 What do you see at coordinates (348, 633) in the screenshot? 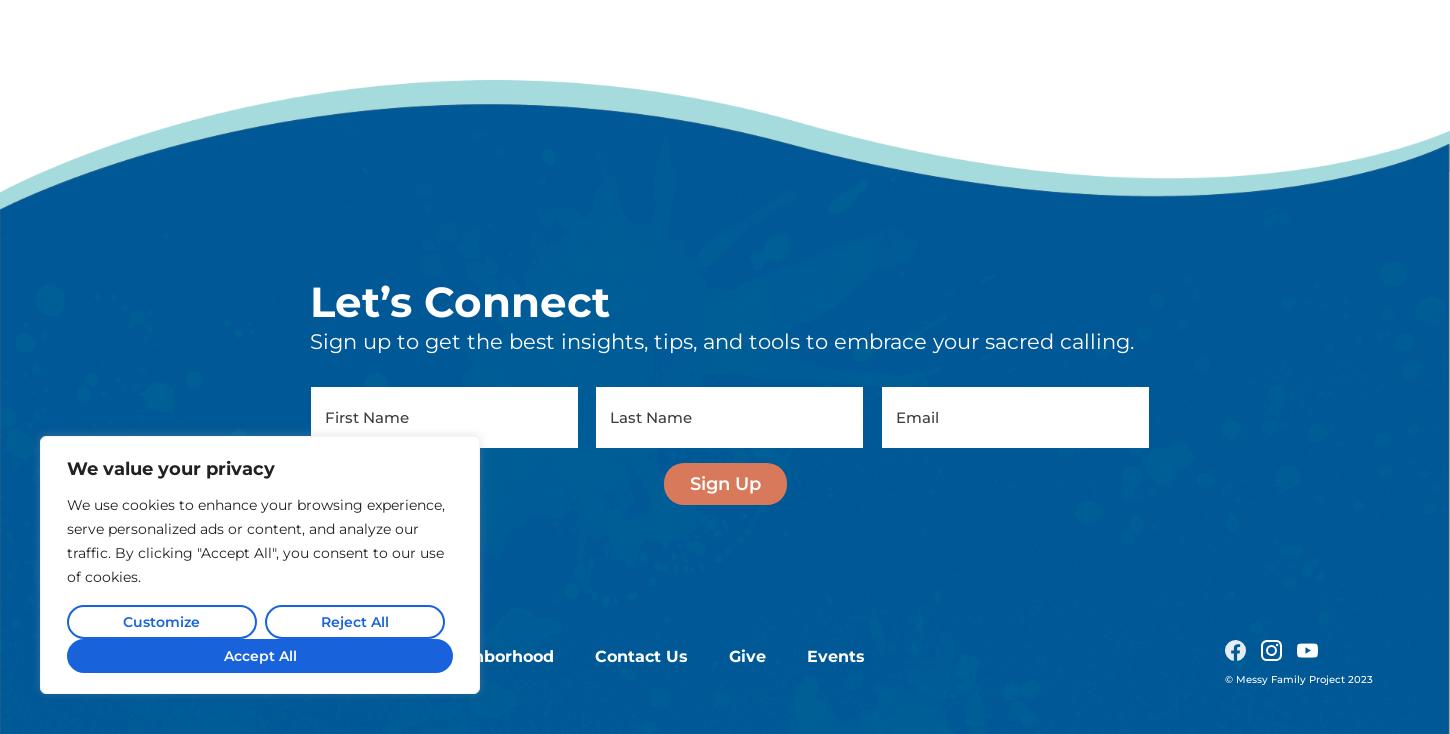
I see `'Always Active'` at bounding box center [348, 633].